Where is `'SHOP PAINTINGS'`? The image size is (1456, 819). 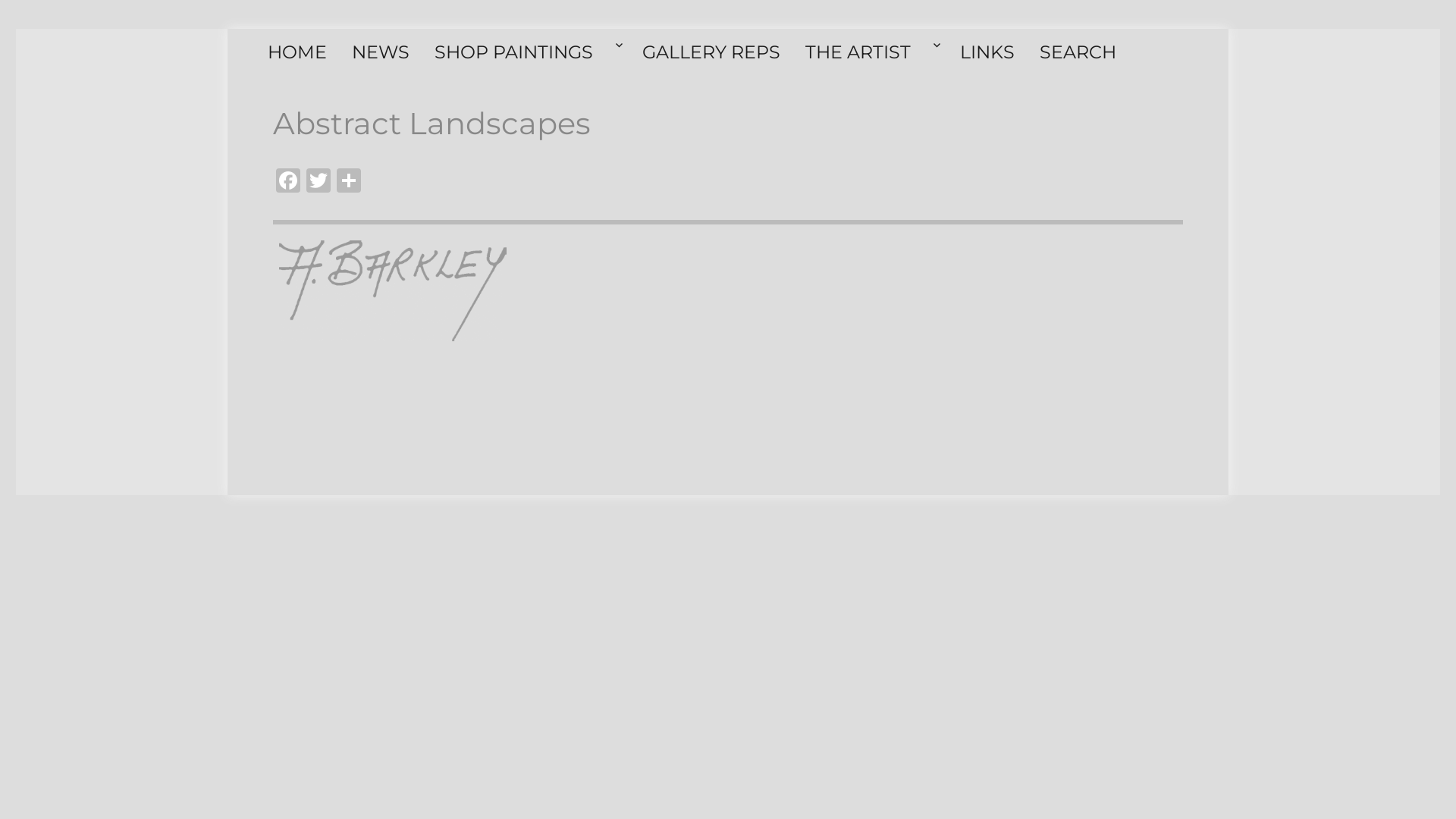 'SHOP PAINTINGS' is located at coordinates (529, 52).